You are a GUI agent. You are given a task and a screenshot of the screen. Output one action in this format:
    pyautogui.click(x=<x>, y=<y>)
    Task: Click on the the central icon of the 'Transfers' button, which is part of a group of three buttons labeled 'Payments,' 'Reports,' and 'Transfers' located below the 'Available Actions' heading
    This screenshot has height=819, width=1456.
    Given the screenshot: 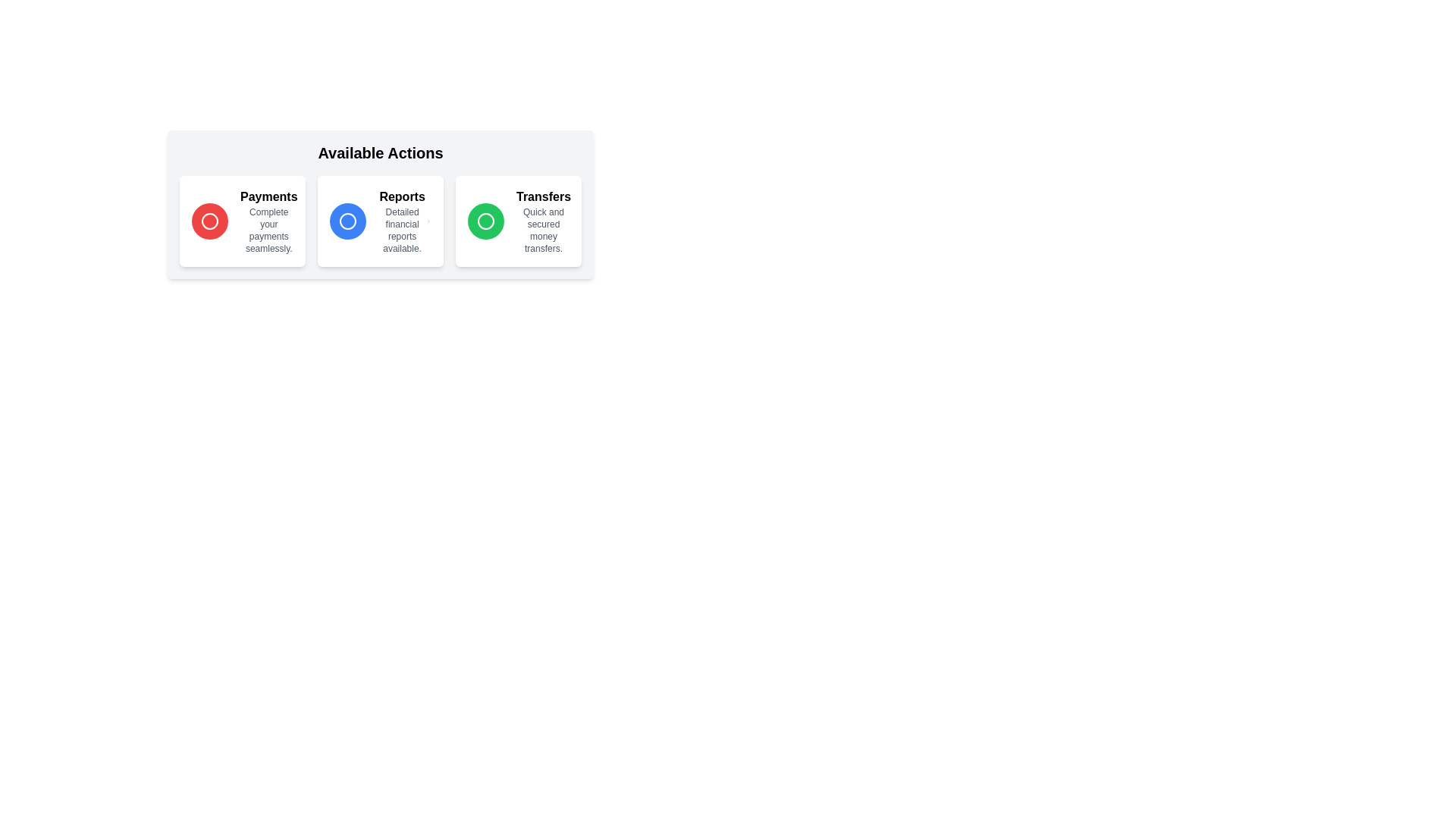 What is the action you would take?
    pyautogui.click(x=486, y=221)
    